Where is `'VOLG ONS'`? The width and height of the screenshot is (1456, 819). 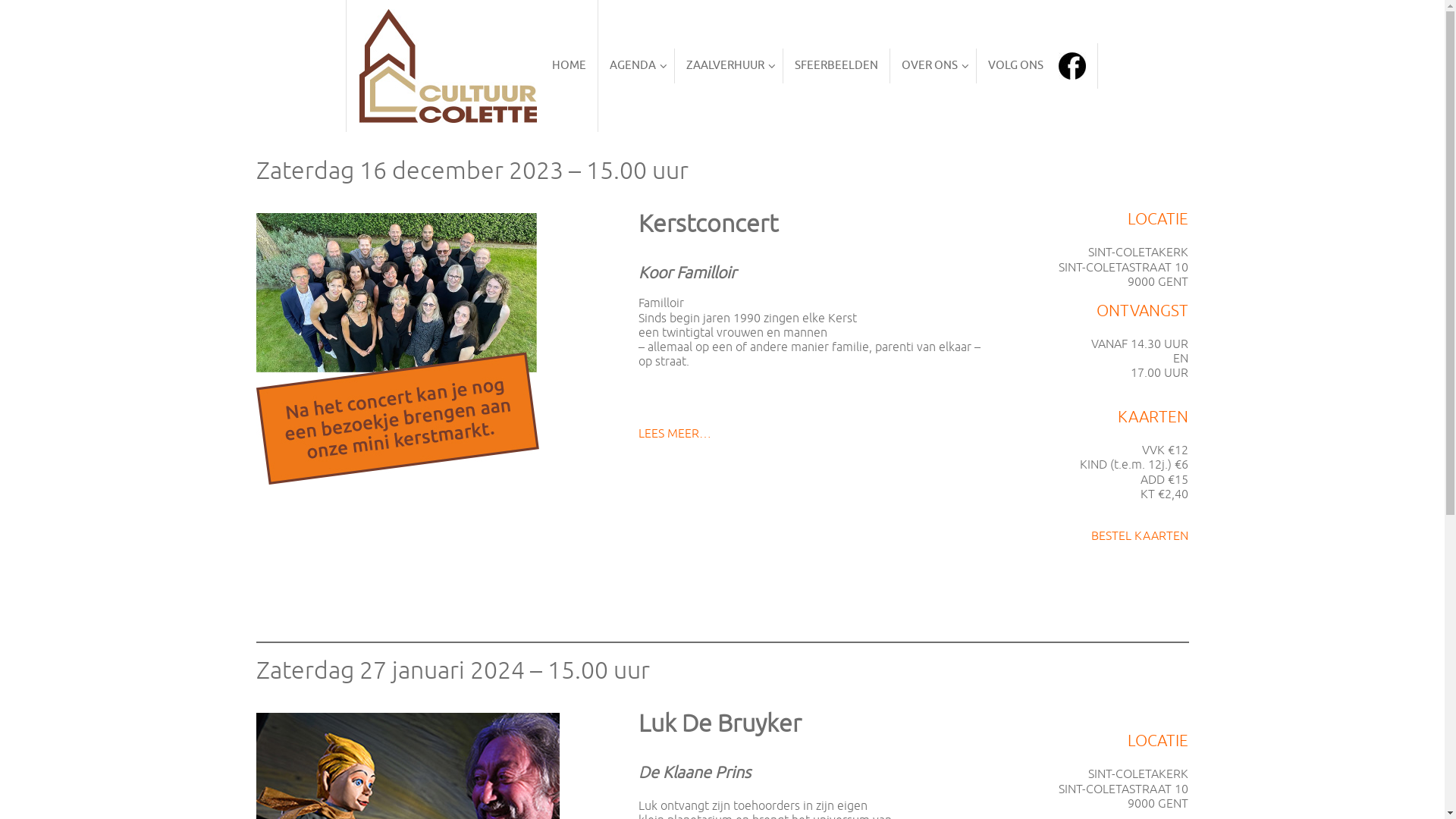 'VOLG ONS' is located at coordinates (976, 65).